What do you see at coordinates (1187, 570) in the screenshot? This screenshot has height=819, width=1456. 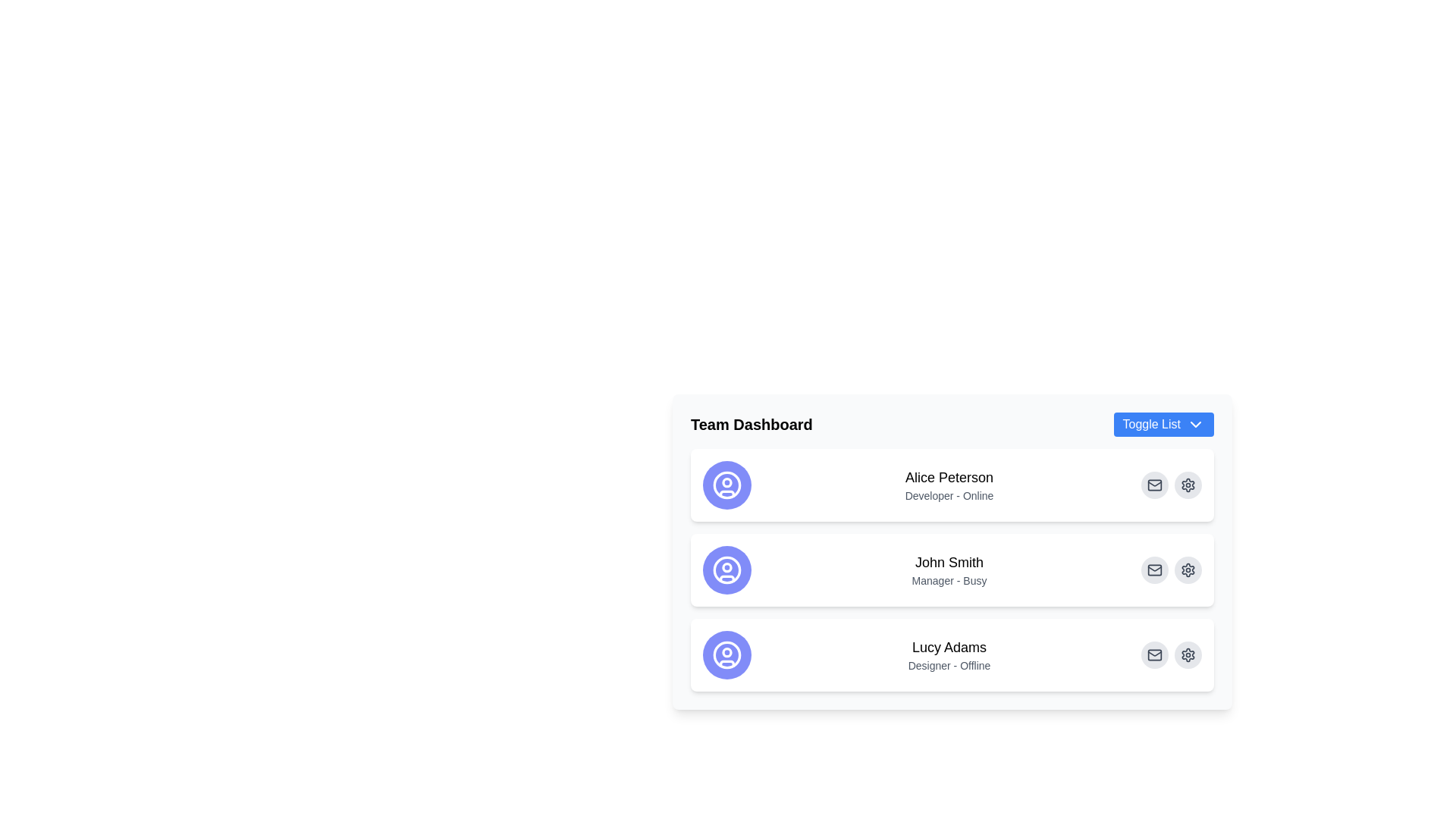 I see `the cogwheel icon button located to the right of the 'John Smith' section in the 'Manager - Busy' row` at bounding box center [1187, 570].